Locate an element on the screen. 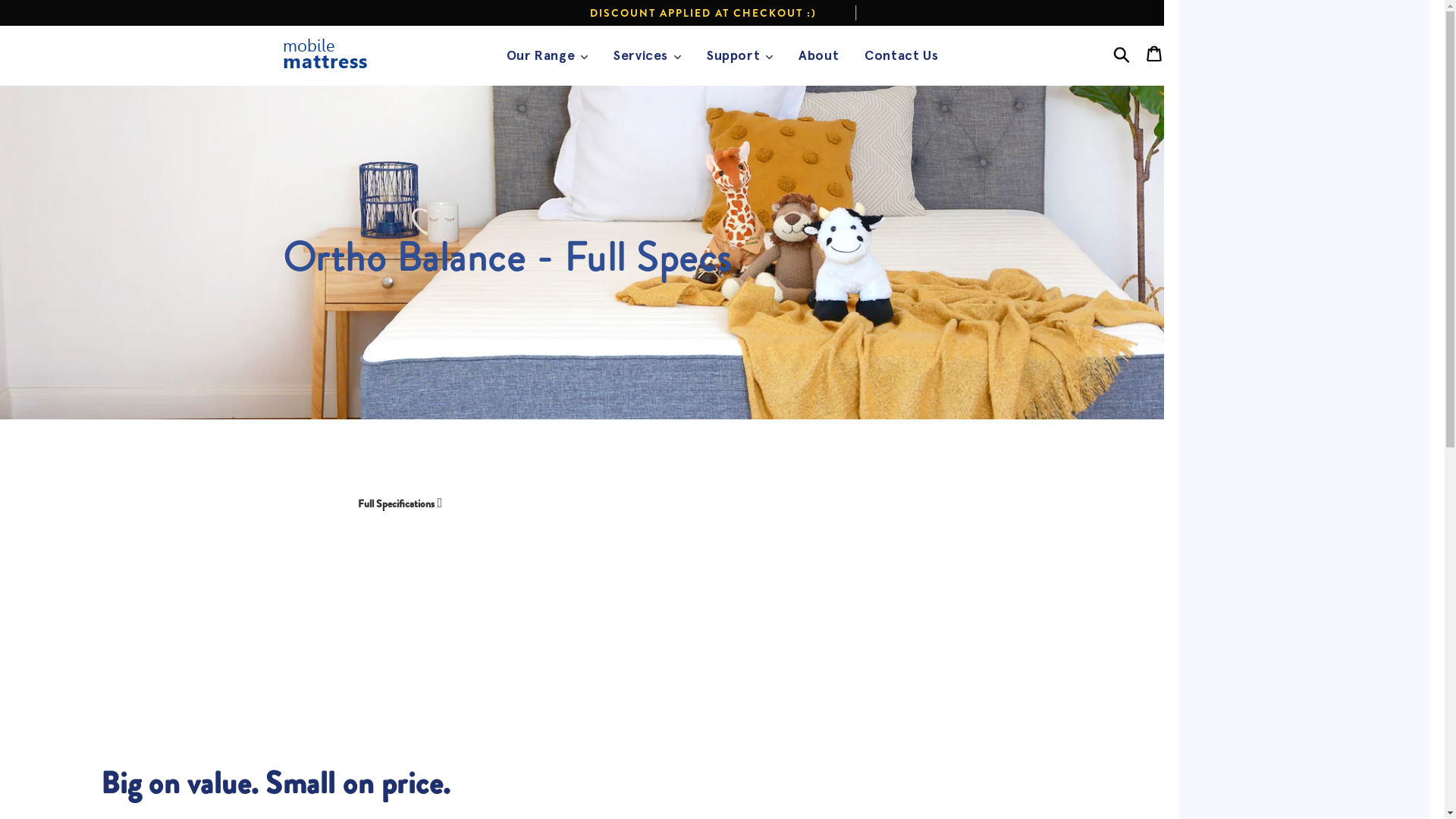 This screenshot has width=1456, height=819. 'Contact Us' is located at coordinates (901, 55).